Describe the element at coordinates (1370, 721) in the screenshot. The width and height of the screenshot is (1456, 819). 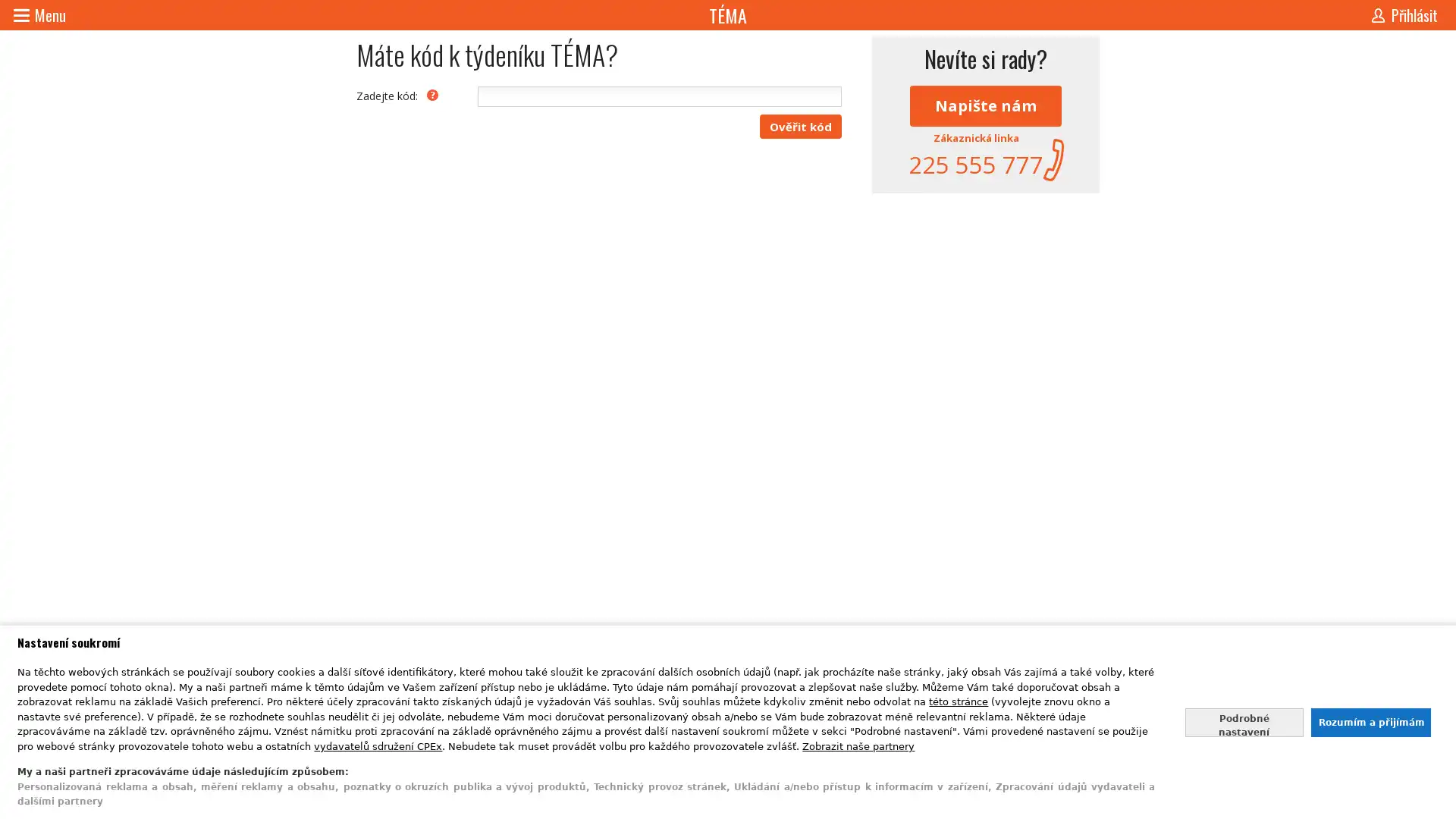
I see `Souhlasit s nasim zpracovanim udaju a zavrit` at that location.